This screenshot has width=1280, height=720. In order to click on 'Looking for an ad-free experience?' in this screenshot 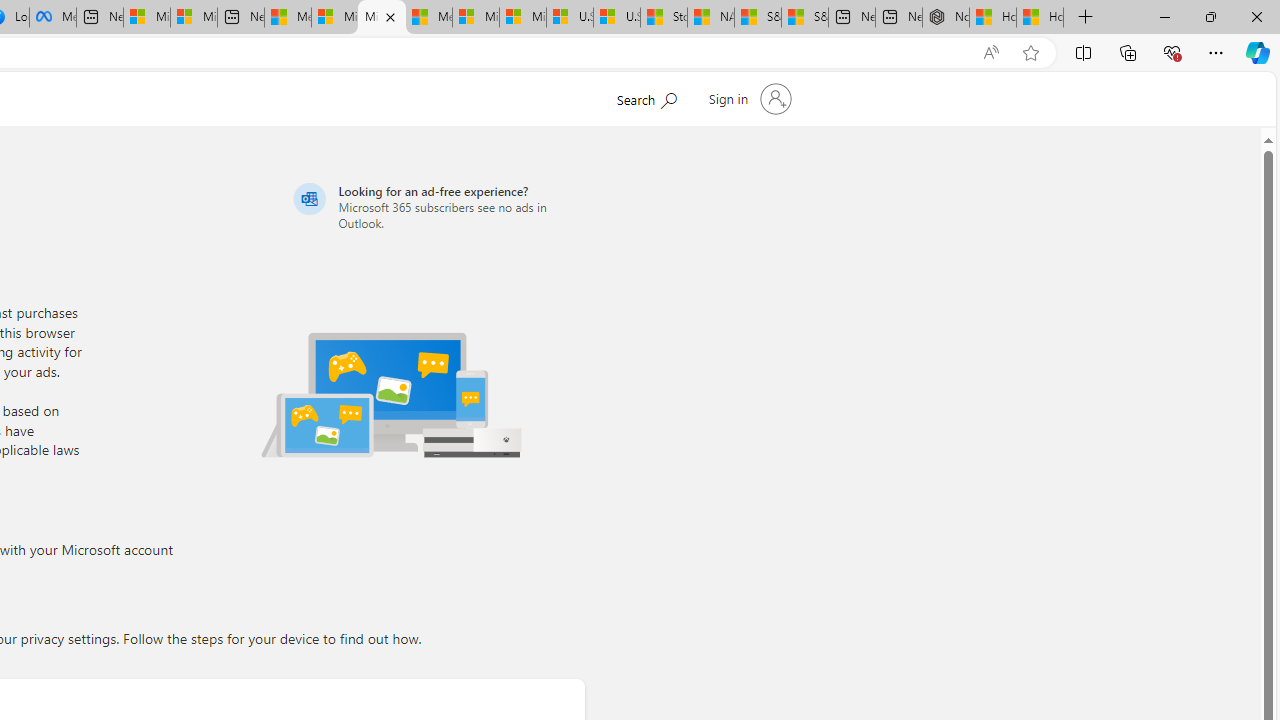, I will do `click(435, 206)`.